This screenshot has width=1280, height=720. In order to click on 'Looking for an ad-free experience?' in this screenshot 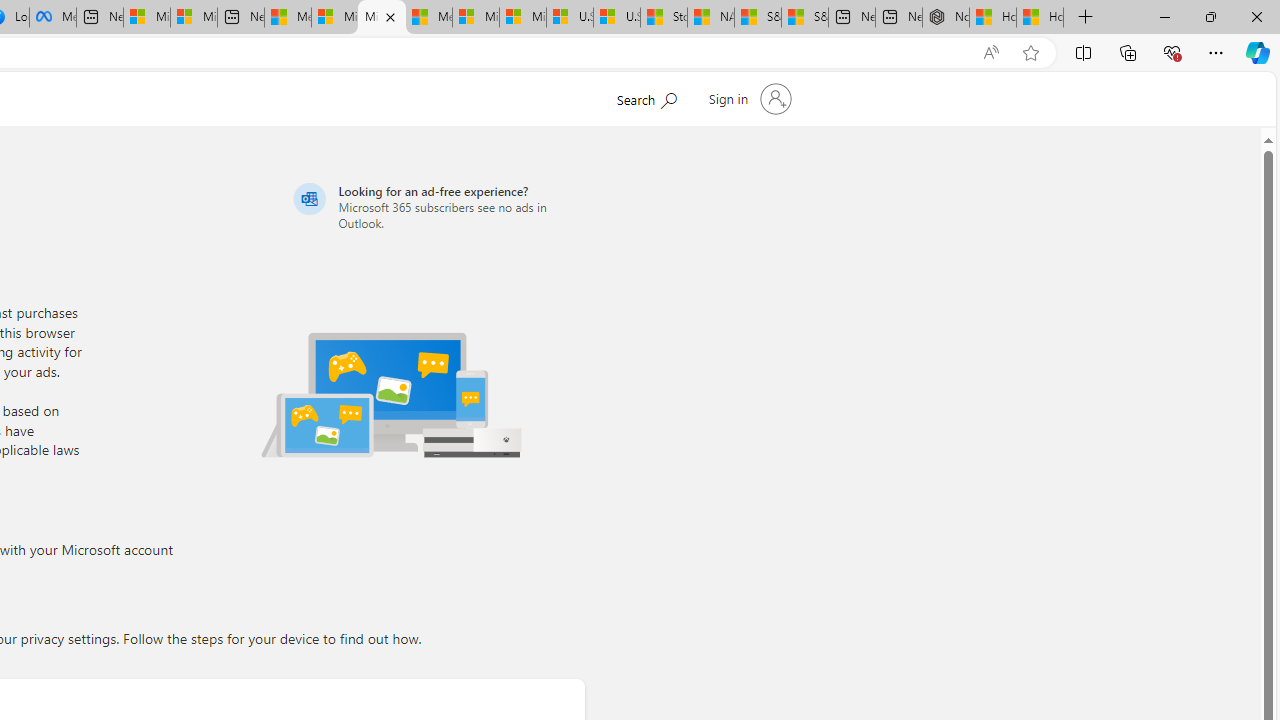, I will do `click(435, 206)`.